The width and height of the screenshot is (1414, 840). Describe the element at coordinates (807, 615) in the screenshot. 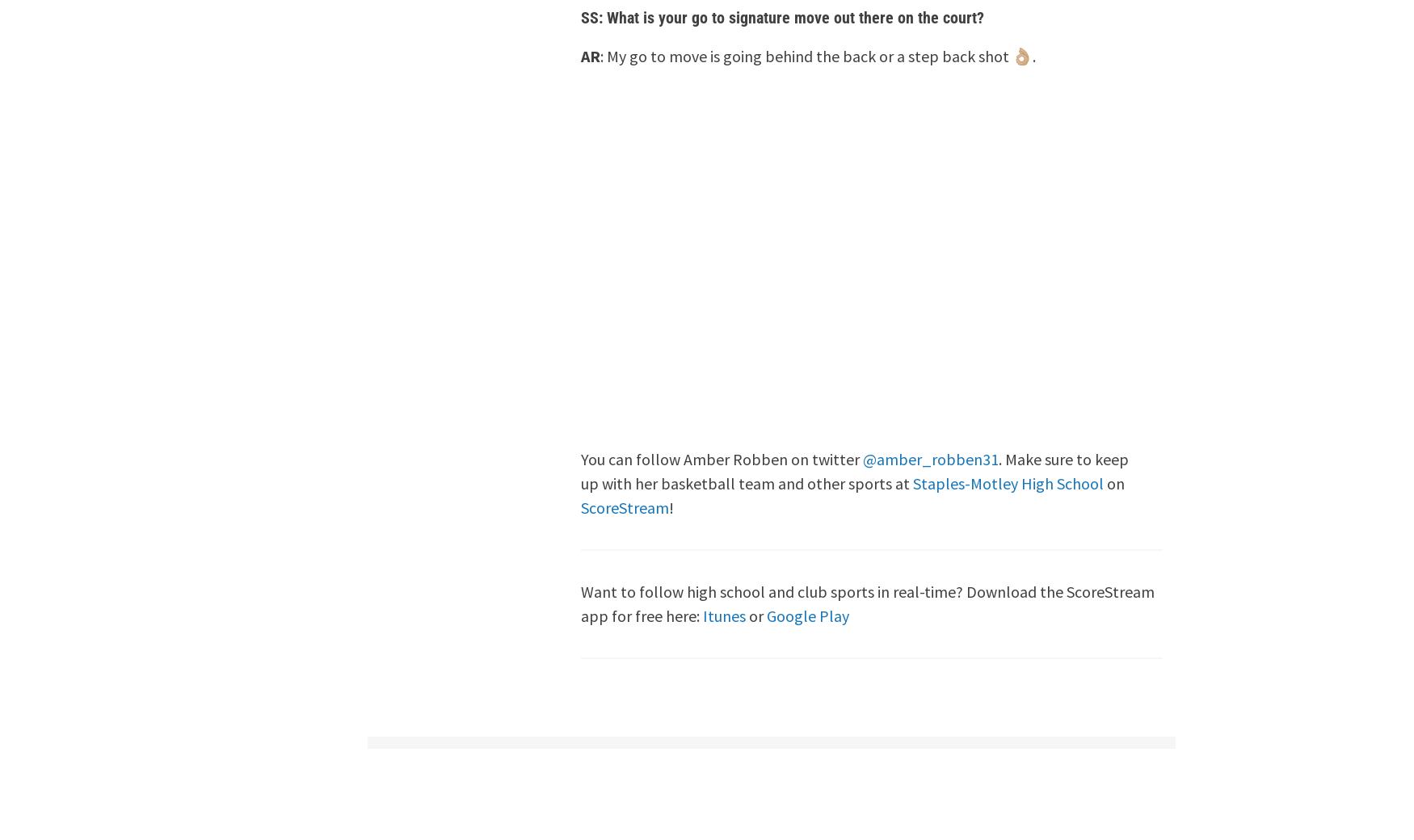

I see `'Google Play'` at that location.